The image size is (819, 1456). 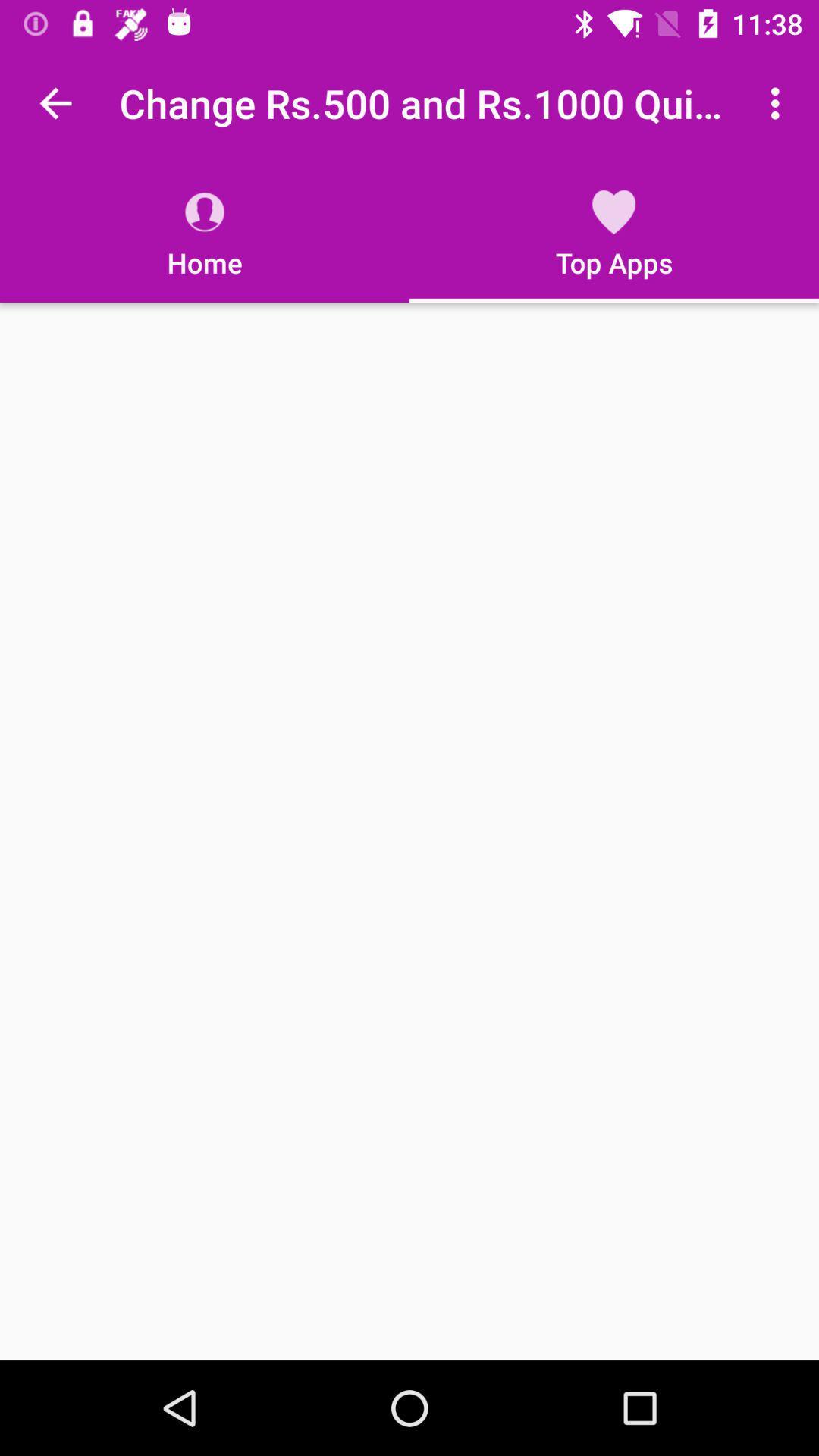 What do you see at coordinates (779, 102) in the screenshot?
I see `the icon above the top apps item` at bounding box center [779, 102].